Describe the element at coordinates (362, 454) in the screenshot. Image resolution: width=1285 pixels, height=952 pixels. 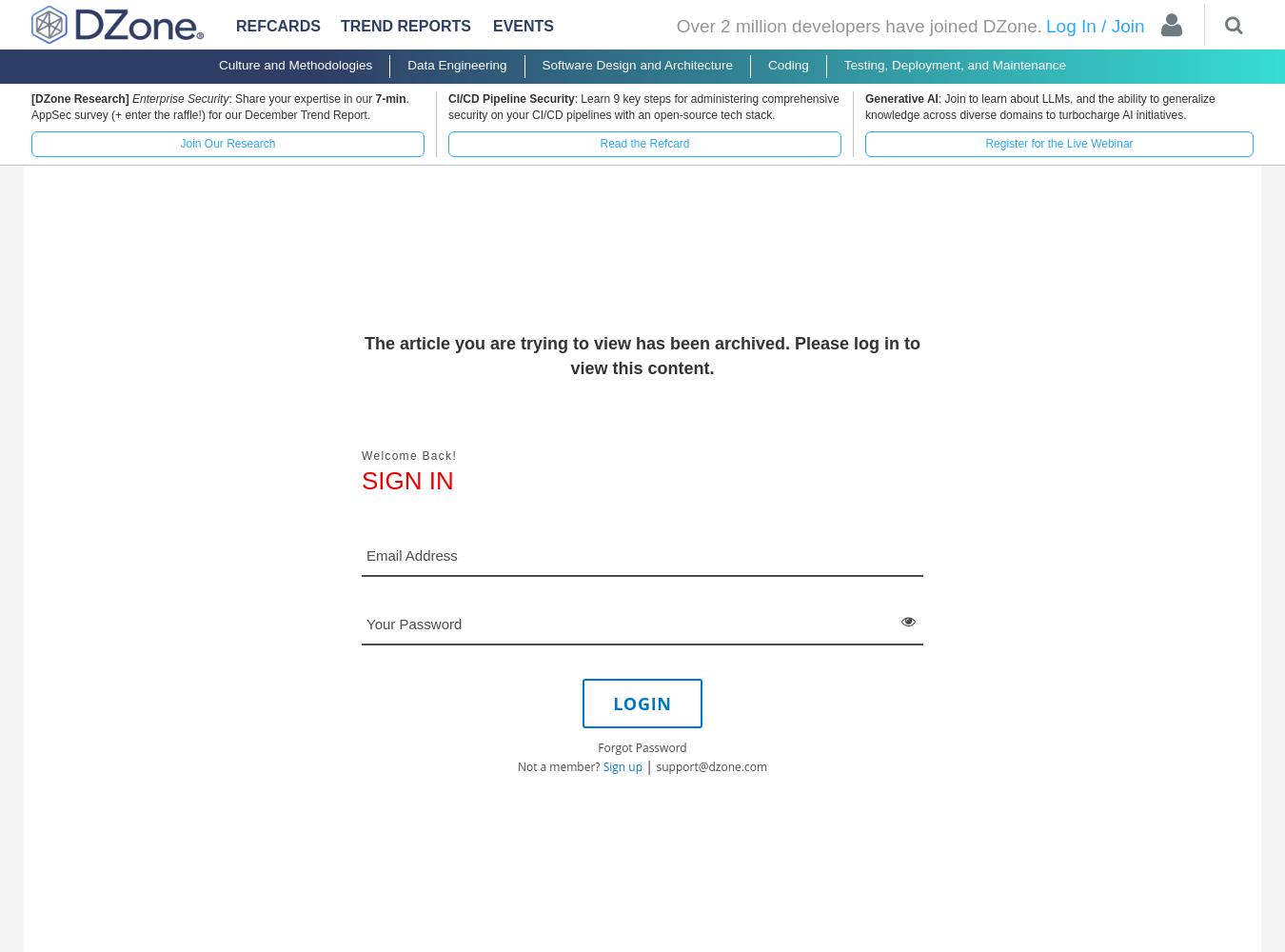
I see `'Welcome Back!'` at that location.